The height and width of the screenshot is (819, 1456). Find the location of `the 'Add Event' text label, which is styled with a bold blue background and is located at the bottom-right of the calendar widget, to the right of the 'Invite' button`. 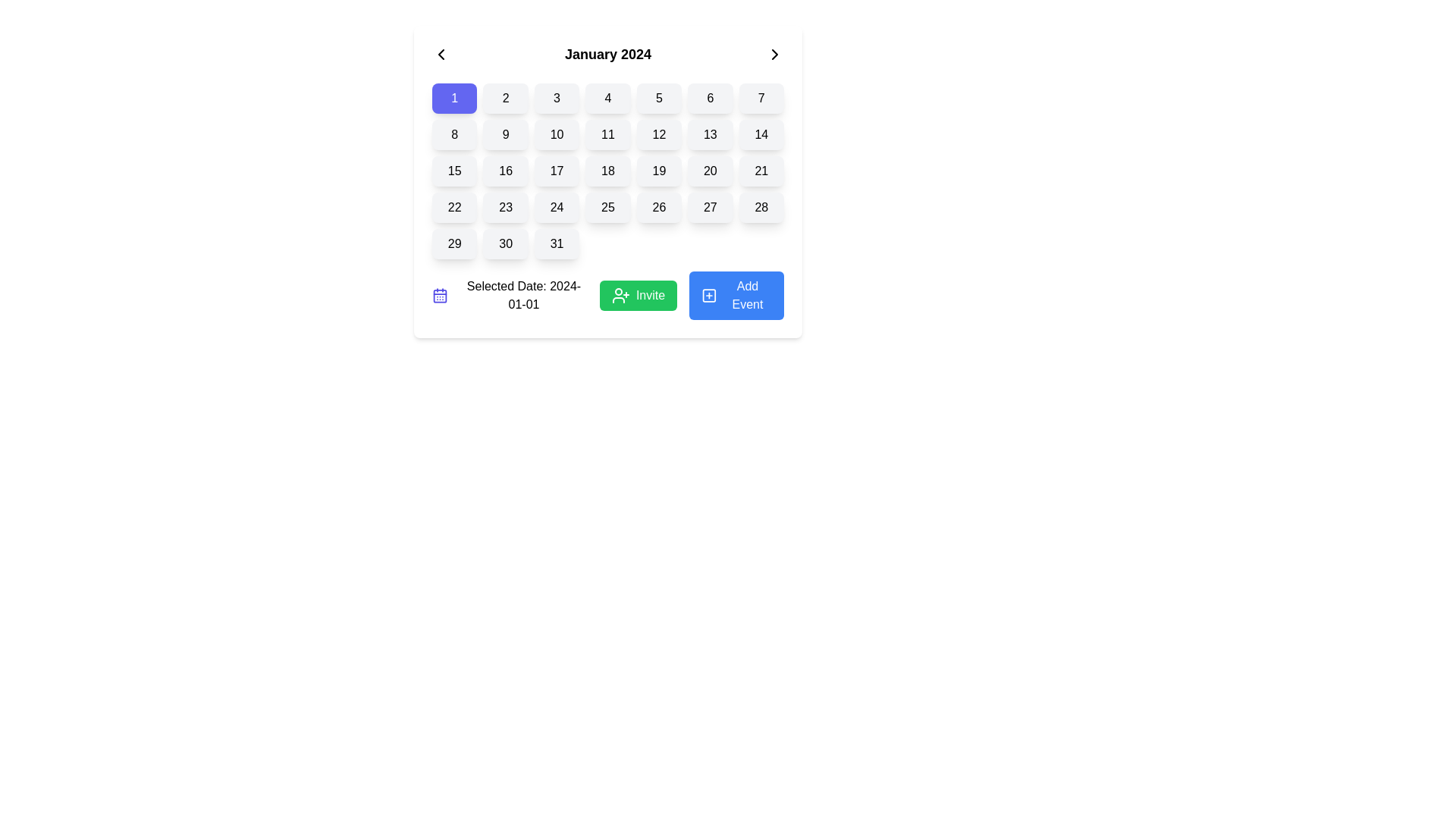

the 'Add Event' text label, which is styled with a bold blue background and is located at the bottom-right of the calendar widget, to the right of the 'Invite' button is located at coordinates (747, 295).